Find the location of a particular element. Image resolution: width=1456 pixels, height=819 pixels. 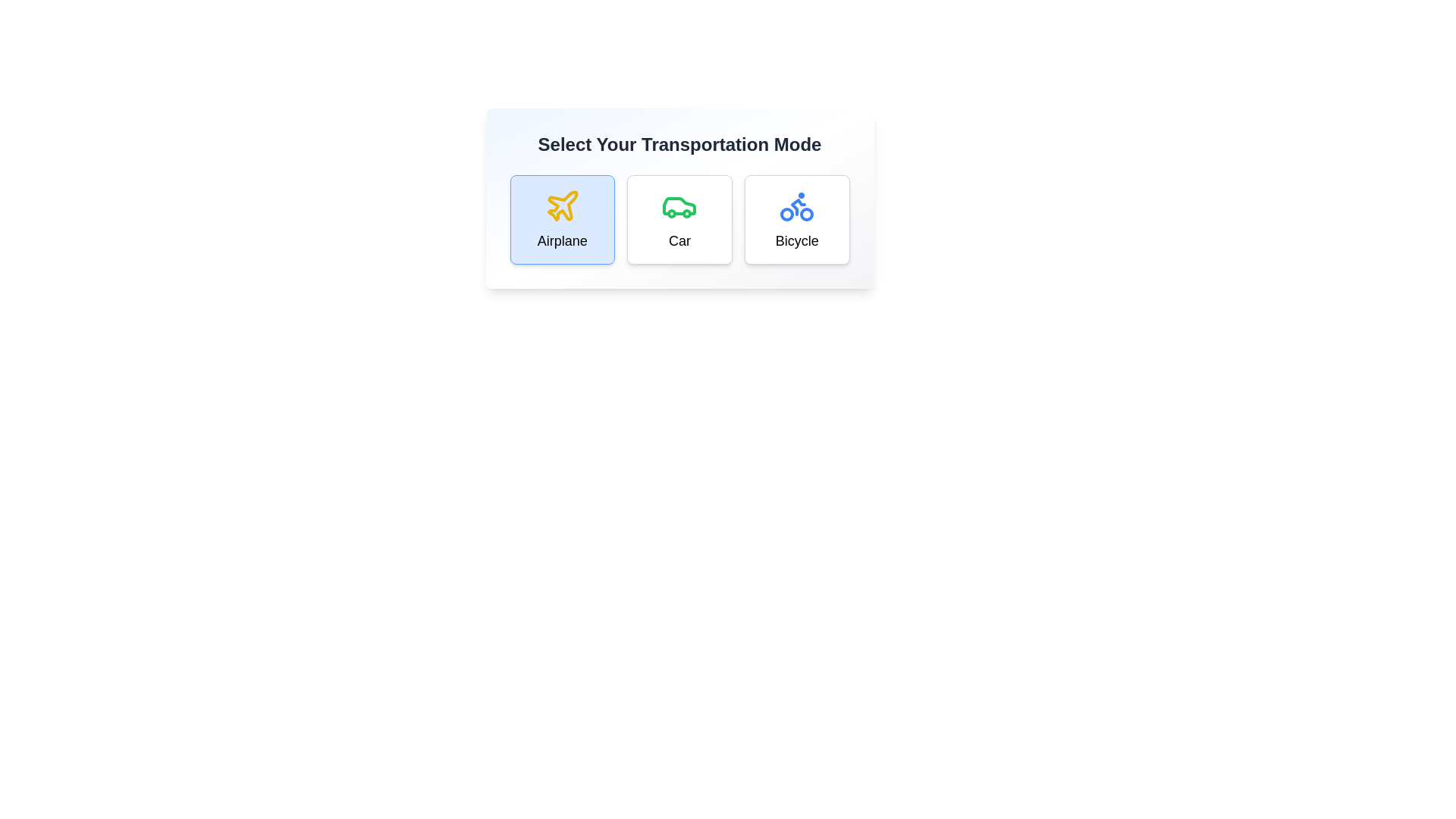

the small circular graphic located at the rear wheel hub of the bicycle icon in the transportation mode options is located at coordinates (806, 214).